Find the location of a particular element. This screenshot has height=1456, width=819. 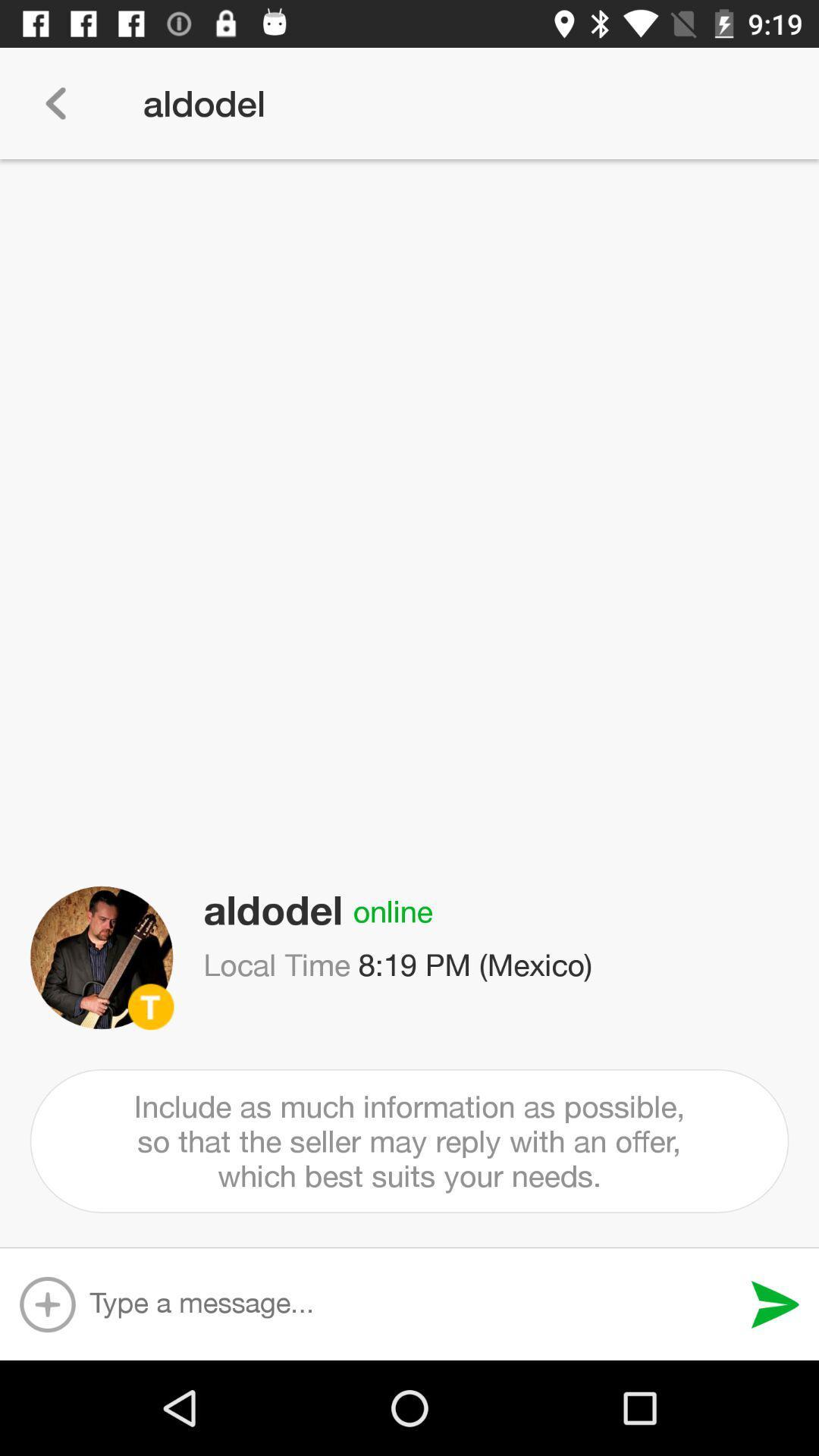

to send message is located at coordinates (775, 1304).